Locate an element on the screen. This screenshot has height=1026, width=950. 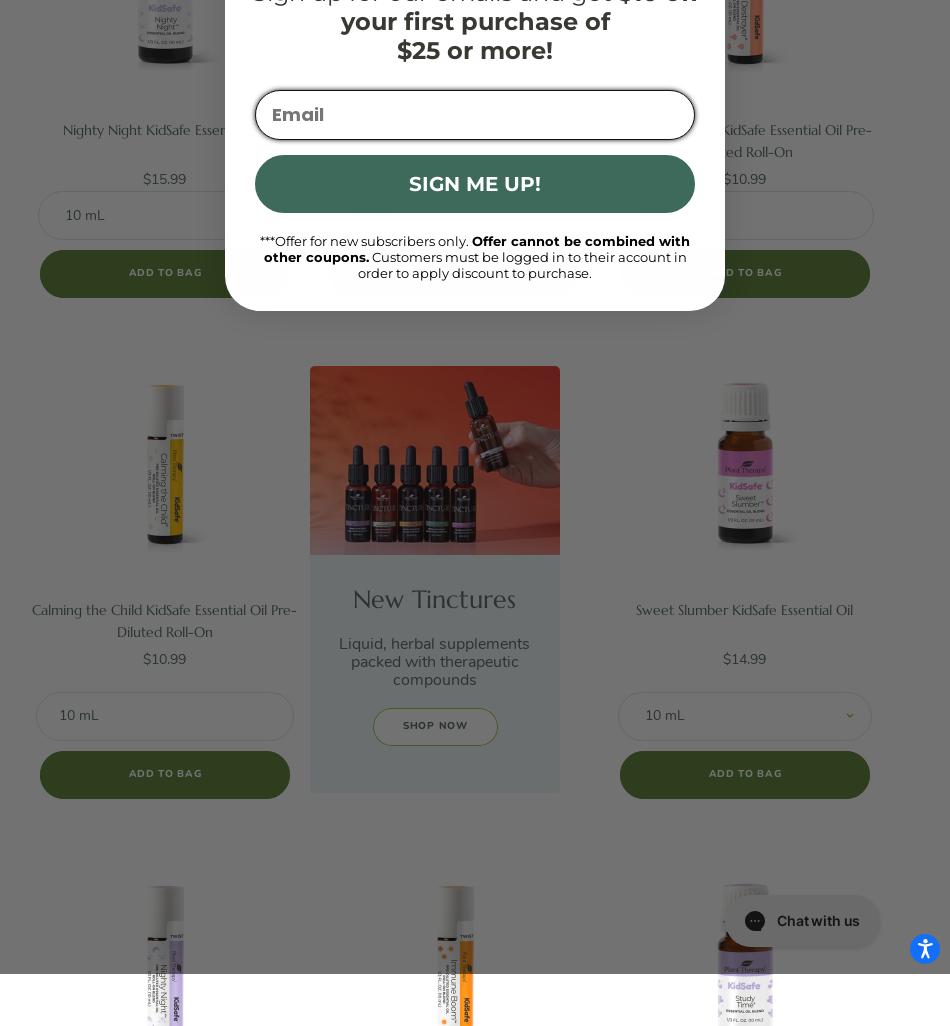
'Woody' is located at coordinates (86, 158).